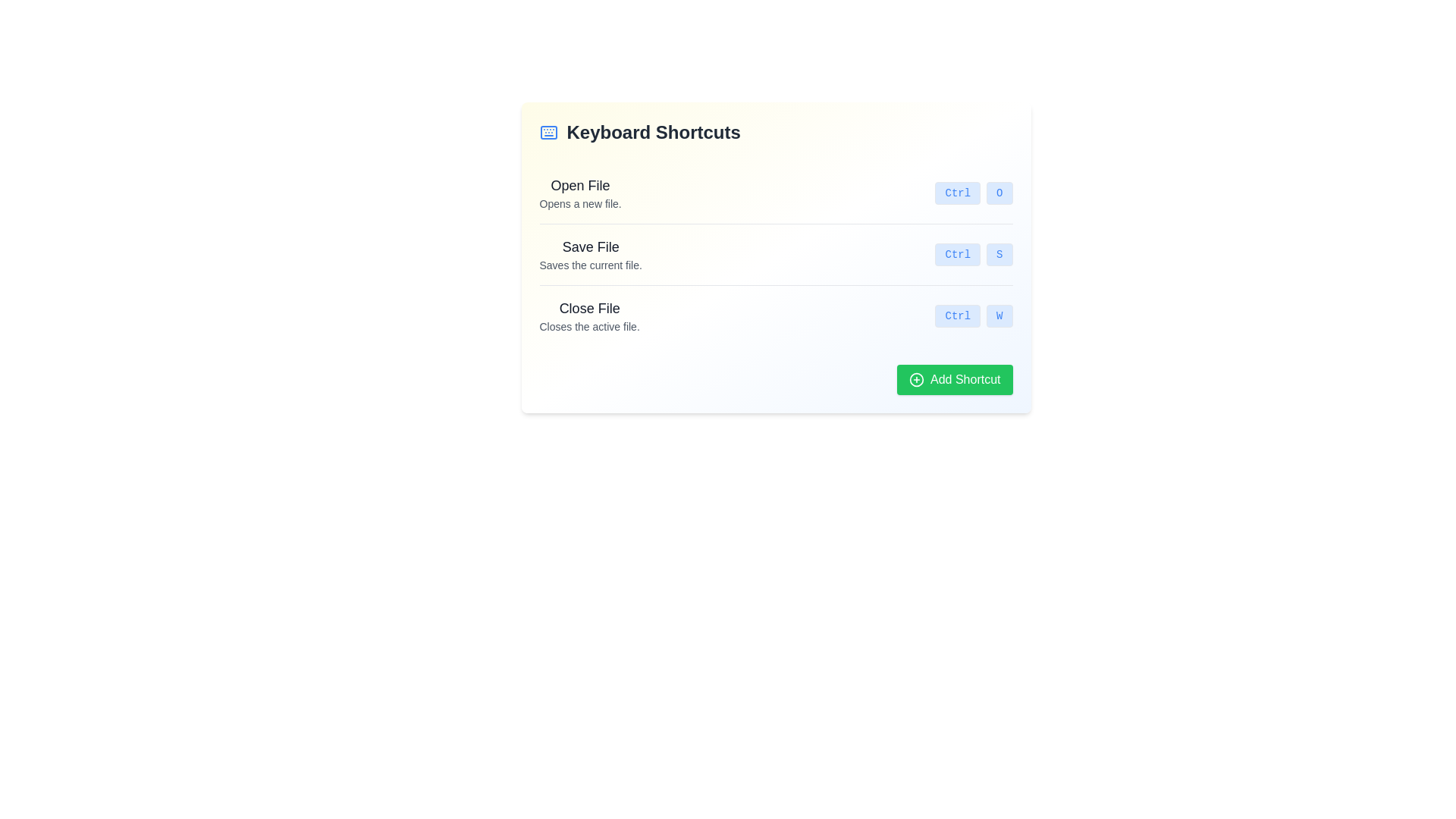 The image size is (1456, 819). What do you see at coordinates (999, 315) in the screenshot?
I see `the non-interactive button representing the keyboard key 'W' for the 'Close File' shortcut, positioned in the third row next to the 'Ctrl' label` at bounding box center [999, 315].